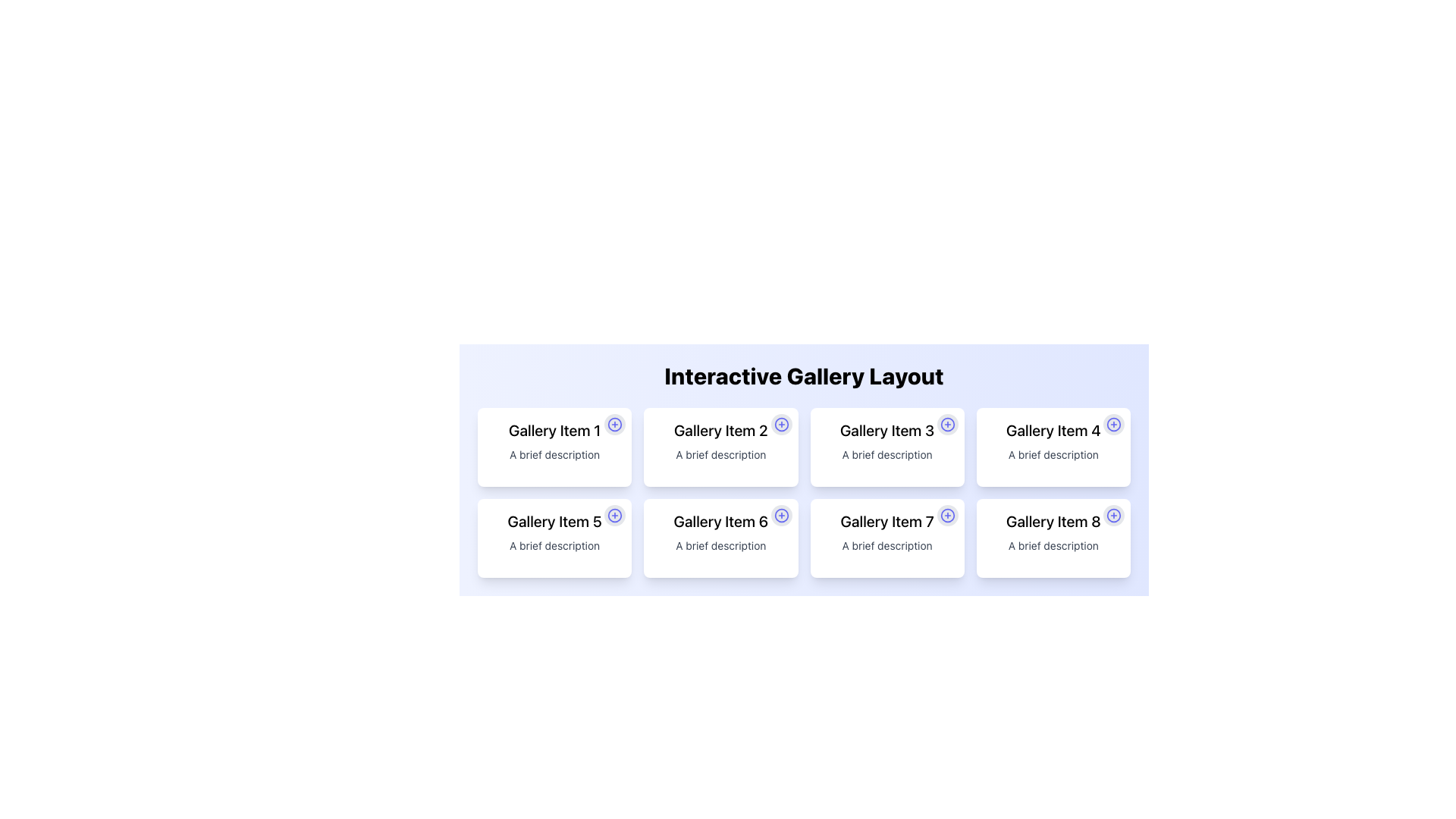 This screenshot has width=1456, height=819. Describe the element at coordinates (615, 424) in the screenshot. I see `the circular '+' button with a blue outline located at the top-right corner of the card labeled 'Gallery Item 1'` at that location.